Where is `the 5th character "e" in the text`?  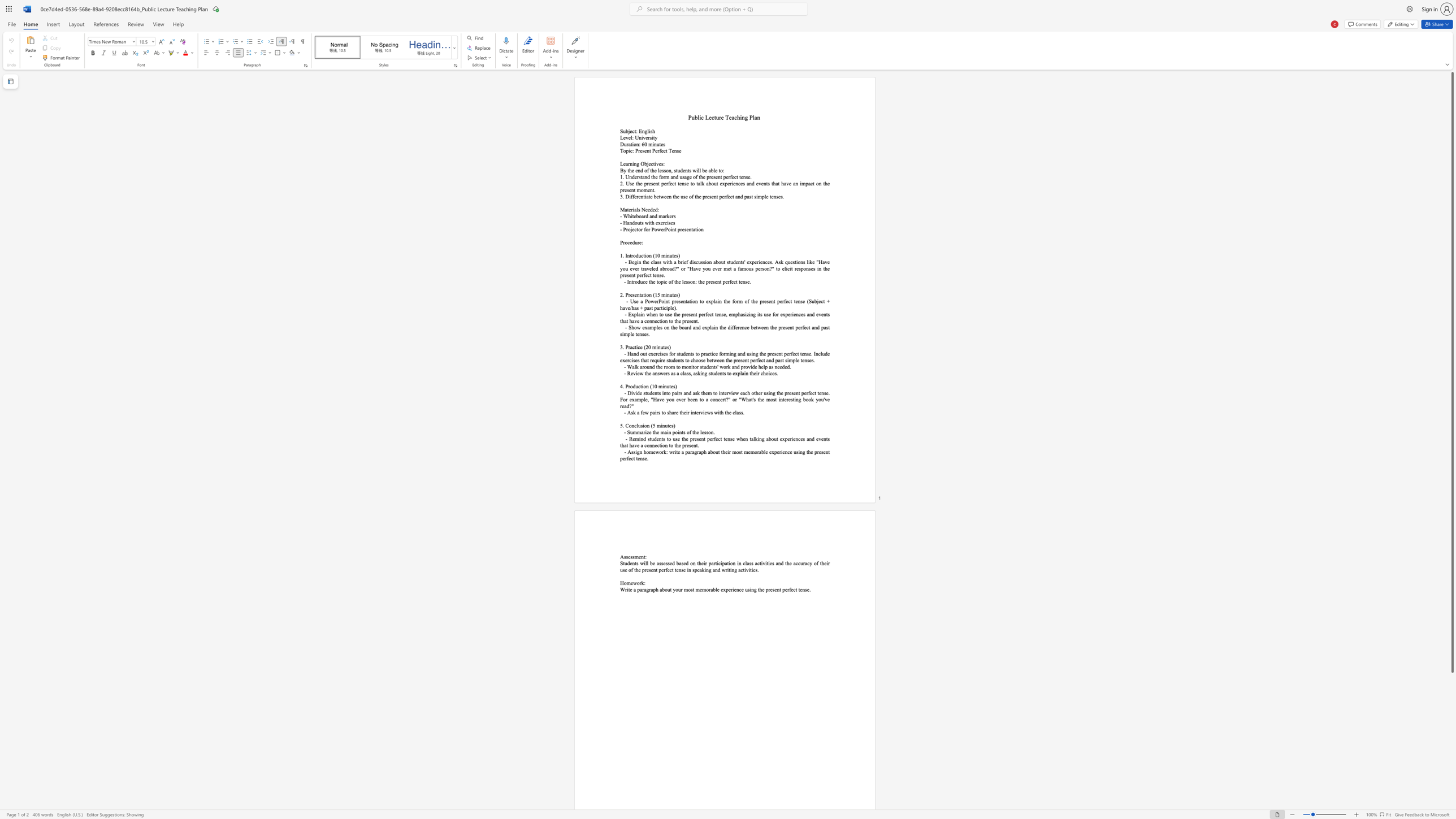
the 5th character "e" in the text is located at coordinates (766, 452).